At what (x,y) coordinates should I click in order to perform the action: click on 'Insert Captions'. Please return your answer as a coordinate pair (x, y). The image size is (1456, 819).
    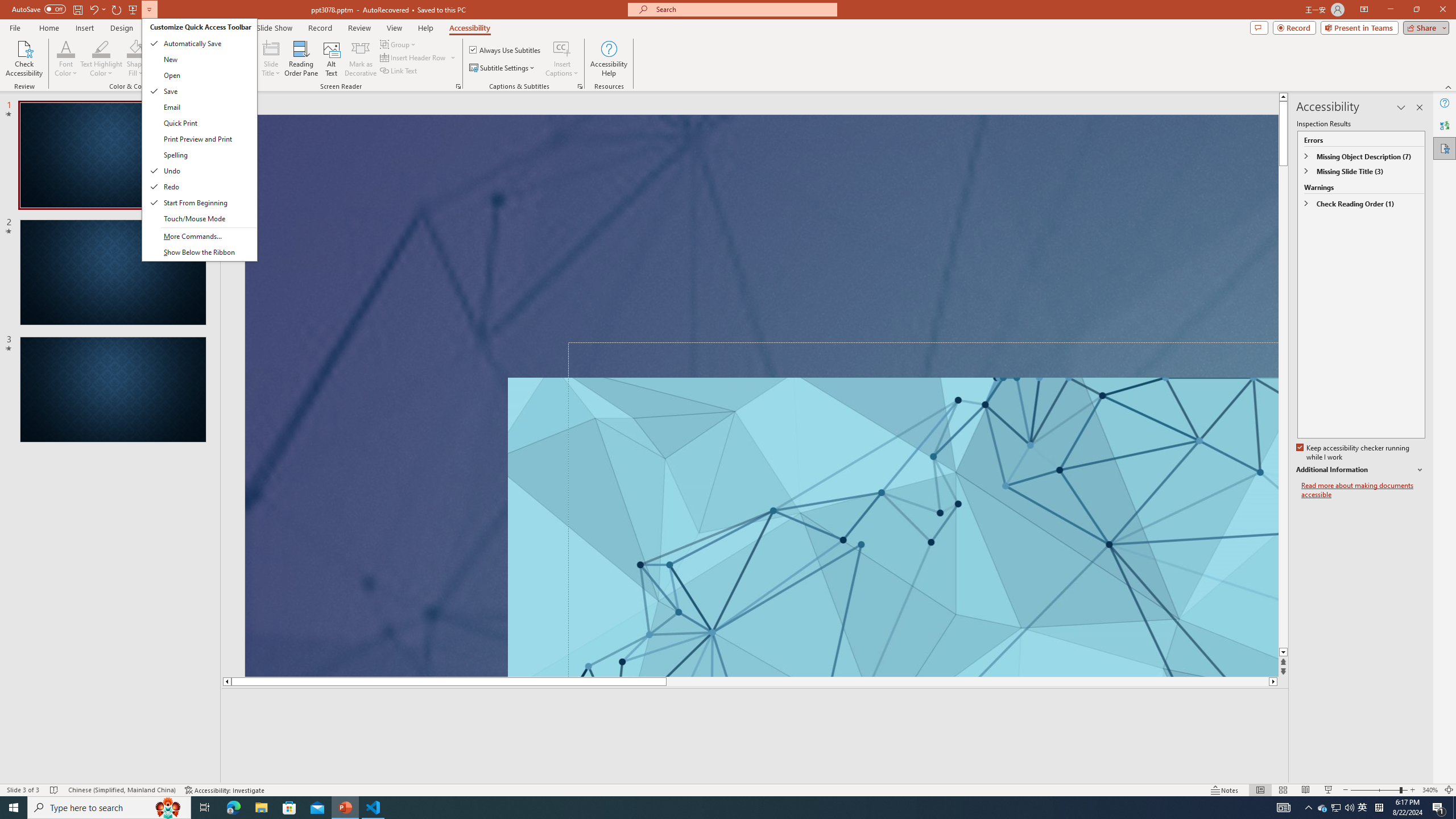
    Looking at the image, I should click on (561, 59).